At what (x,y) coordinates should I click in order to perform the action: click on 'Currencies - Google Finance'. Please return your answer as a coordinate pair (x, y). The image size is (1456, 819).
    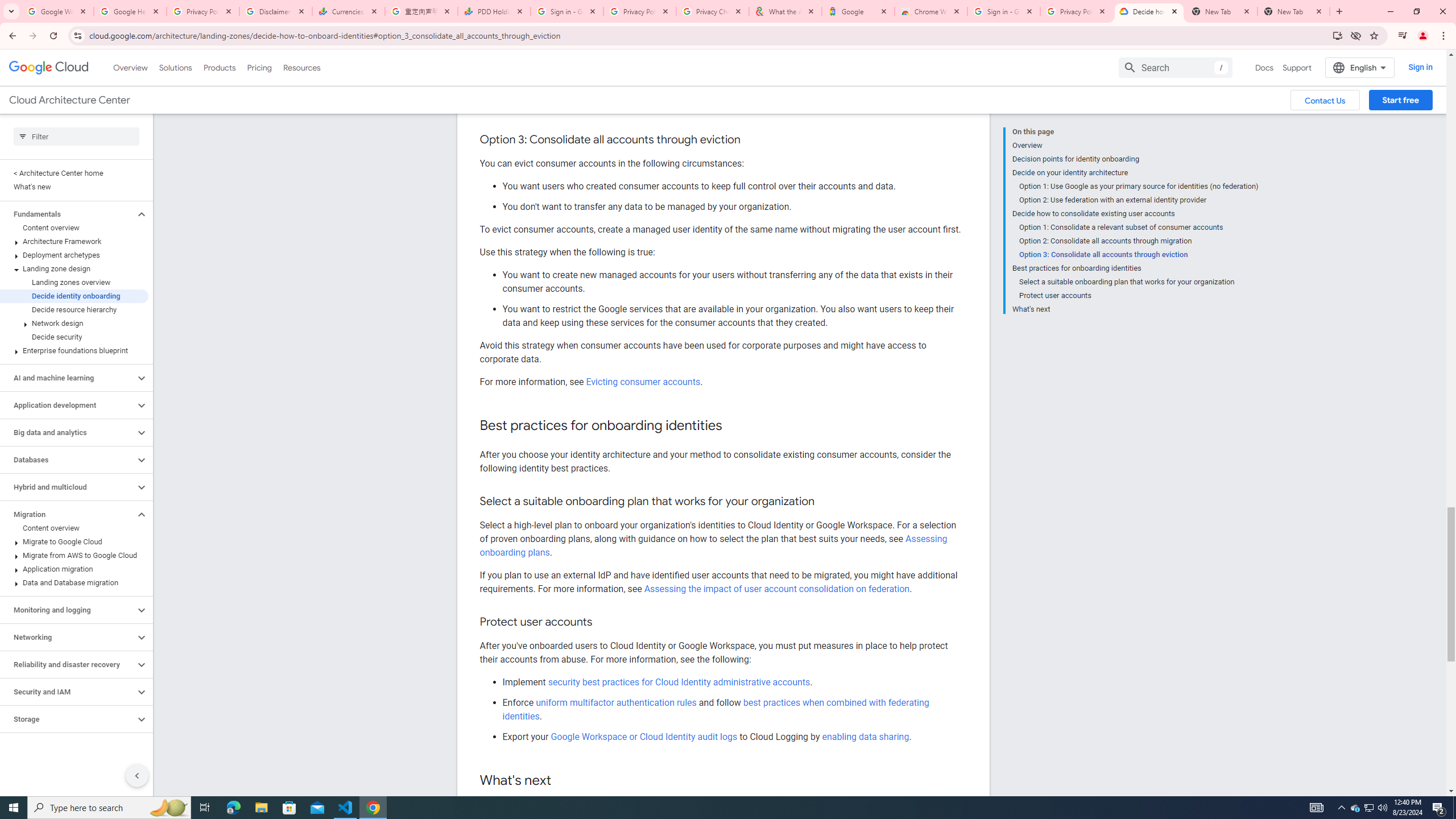
    Looking at the image, I should click on (348, 11).